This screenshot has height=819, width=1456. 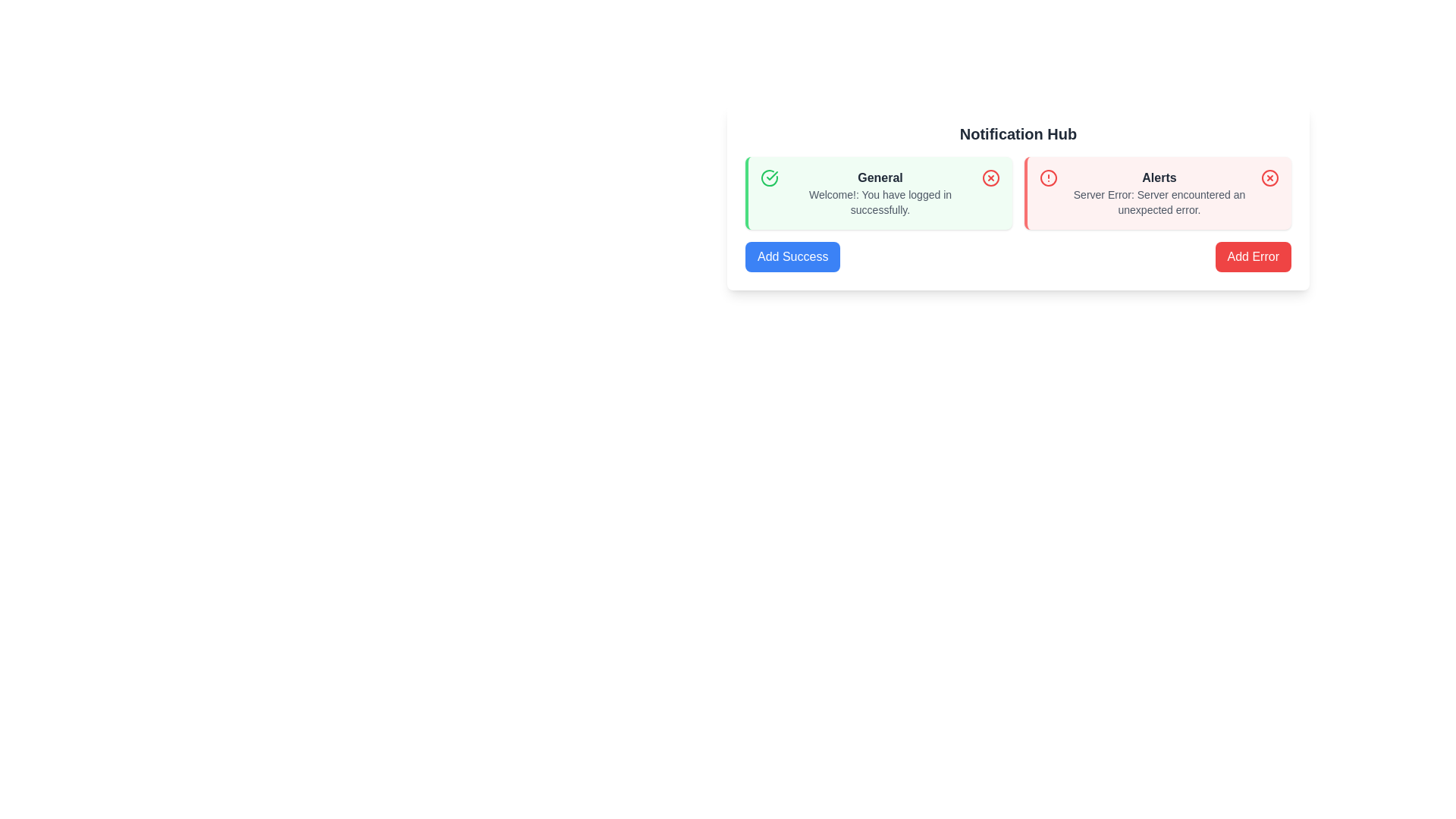 What do you see at coordinates (1270, 177) in the screenshot?
I see `the close icon in the top-right corner of the red notification card labeled 'Alerts'` at bounding box center [1270, 177].